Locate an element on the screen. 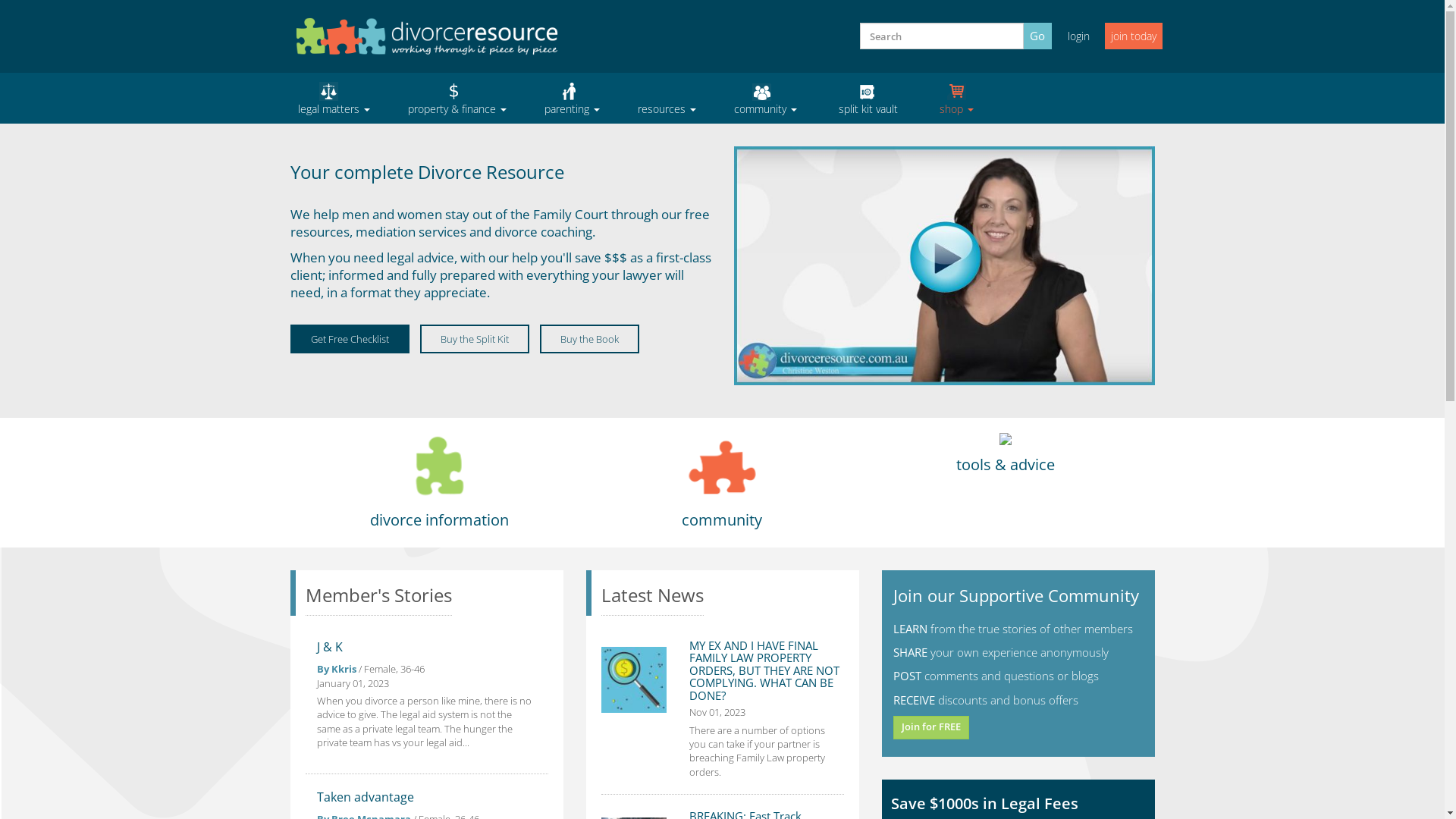 This screenshot has width=1456, height=819. 'Search' is located at coordinates (866, 54).